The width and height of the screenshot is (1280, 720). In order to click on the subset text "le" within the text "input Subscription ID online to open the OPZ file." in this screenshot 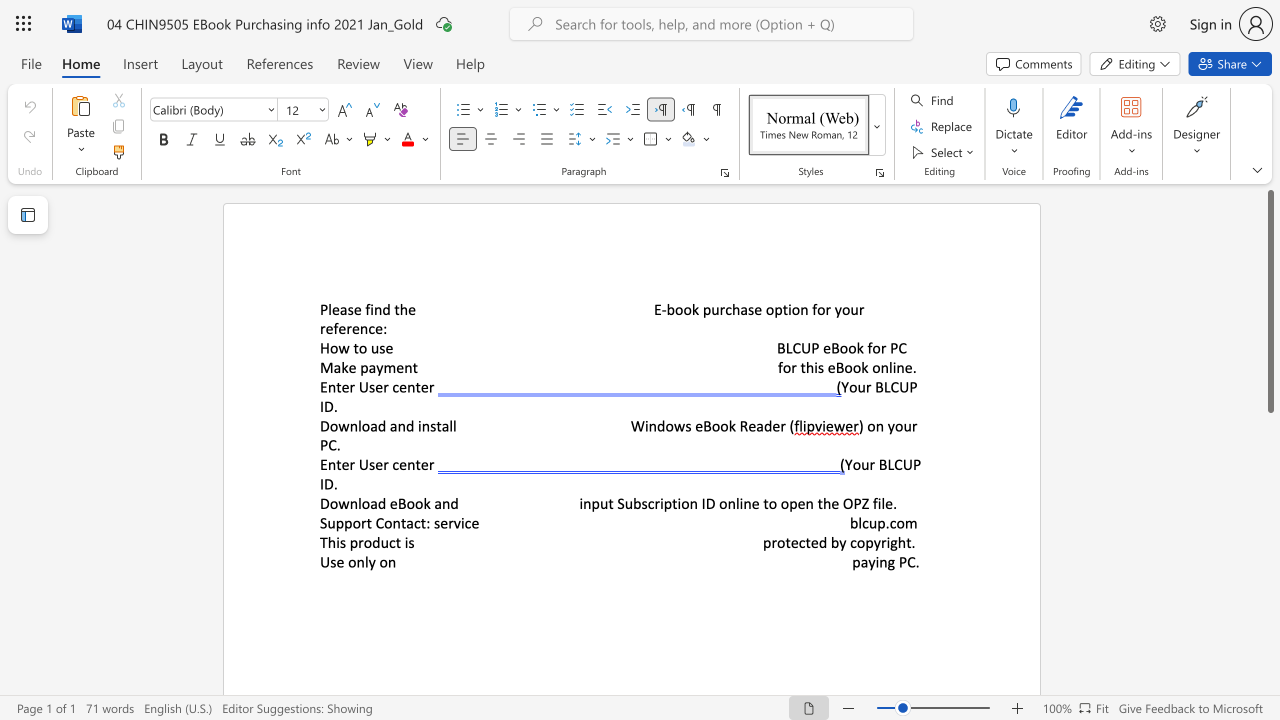, I will do `click(880, 502)`.